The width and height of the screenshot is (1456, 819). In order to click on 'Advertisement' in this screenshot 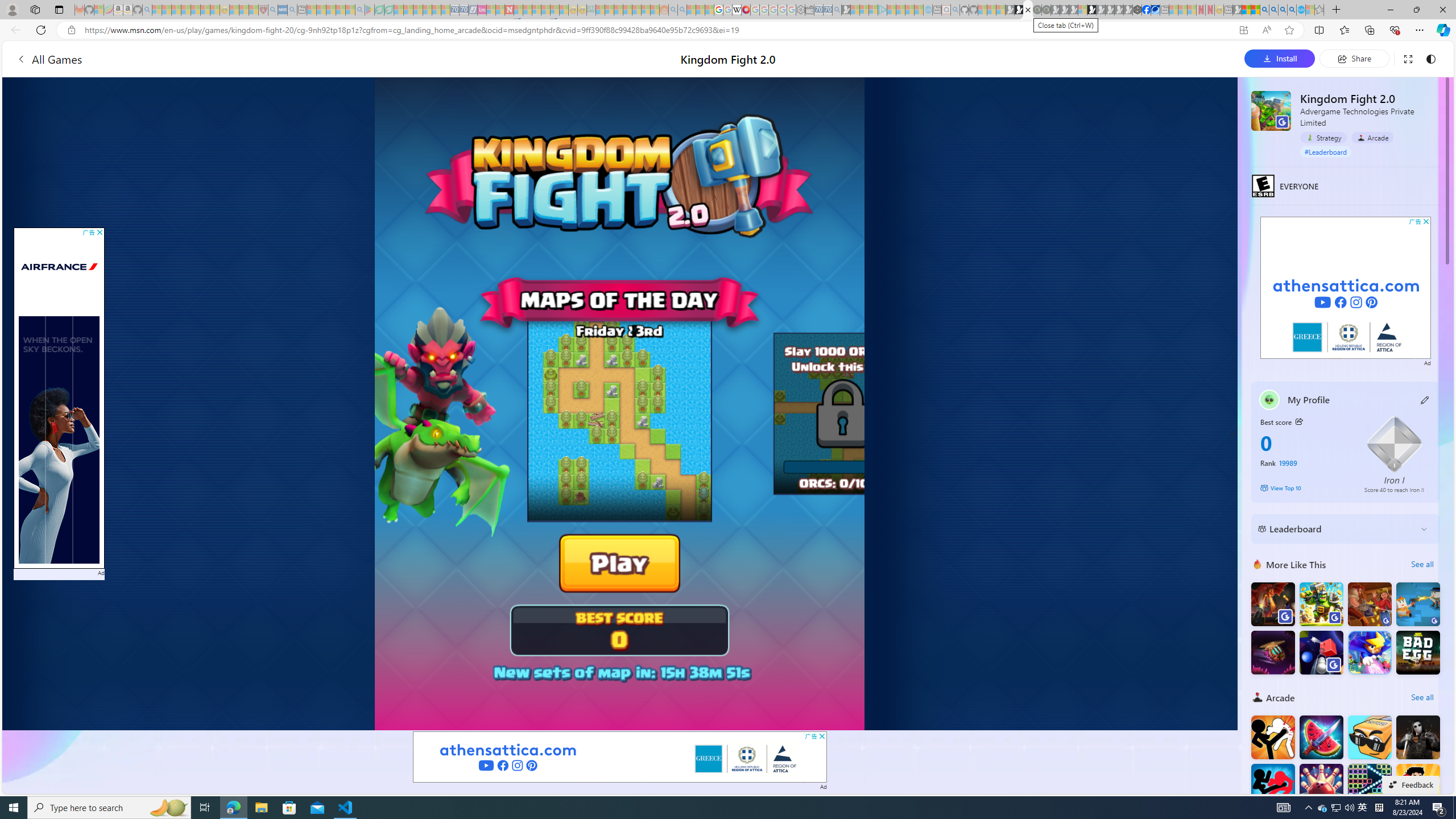, I will do `click(1345, 287)`.